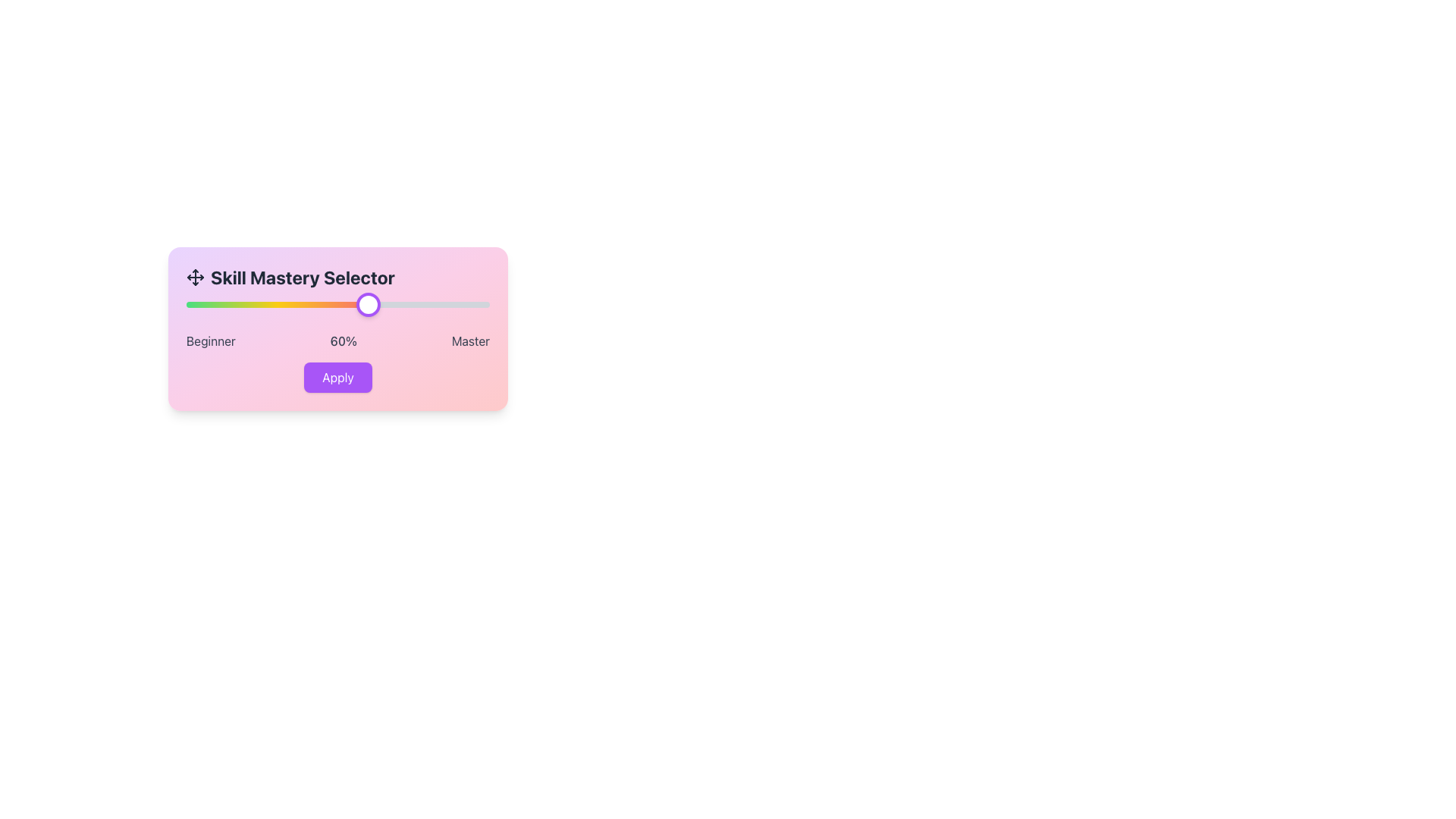 The image size is (1456, 819). I want to click on the skill mastery level, so click(389, 304).